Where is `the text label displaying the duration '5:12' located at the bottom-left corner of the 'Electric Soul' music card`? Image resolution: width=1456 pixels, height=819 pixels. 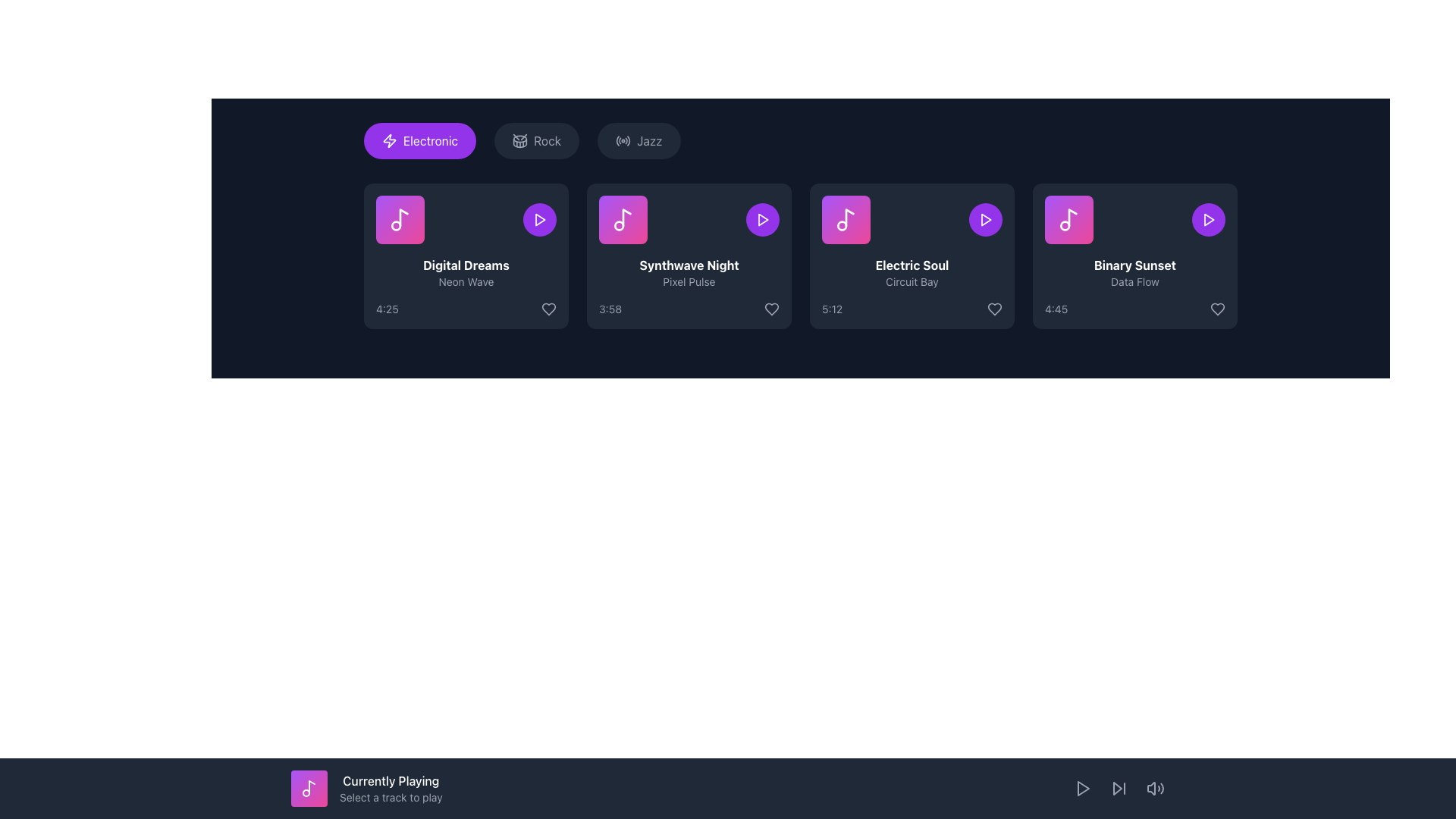
the text label displaying the duration '5:12' located at the bottom-left corner of the 'Electric Soul' music card is located at coordinates (831, 309).